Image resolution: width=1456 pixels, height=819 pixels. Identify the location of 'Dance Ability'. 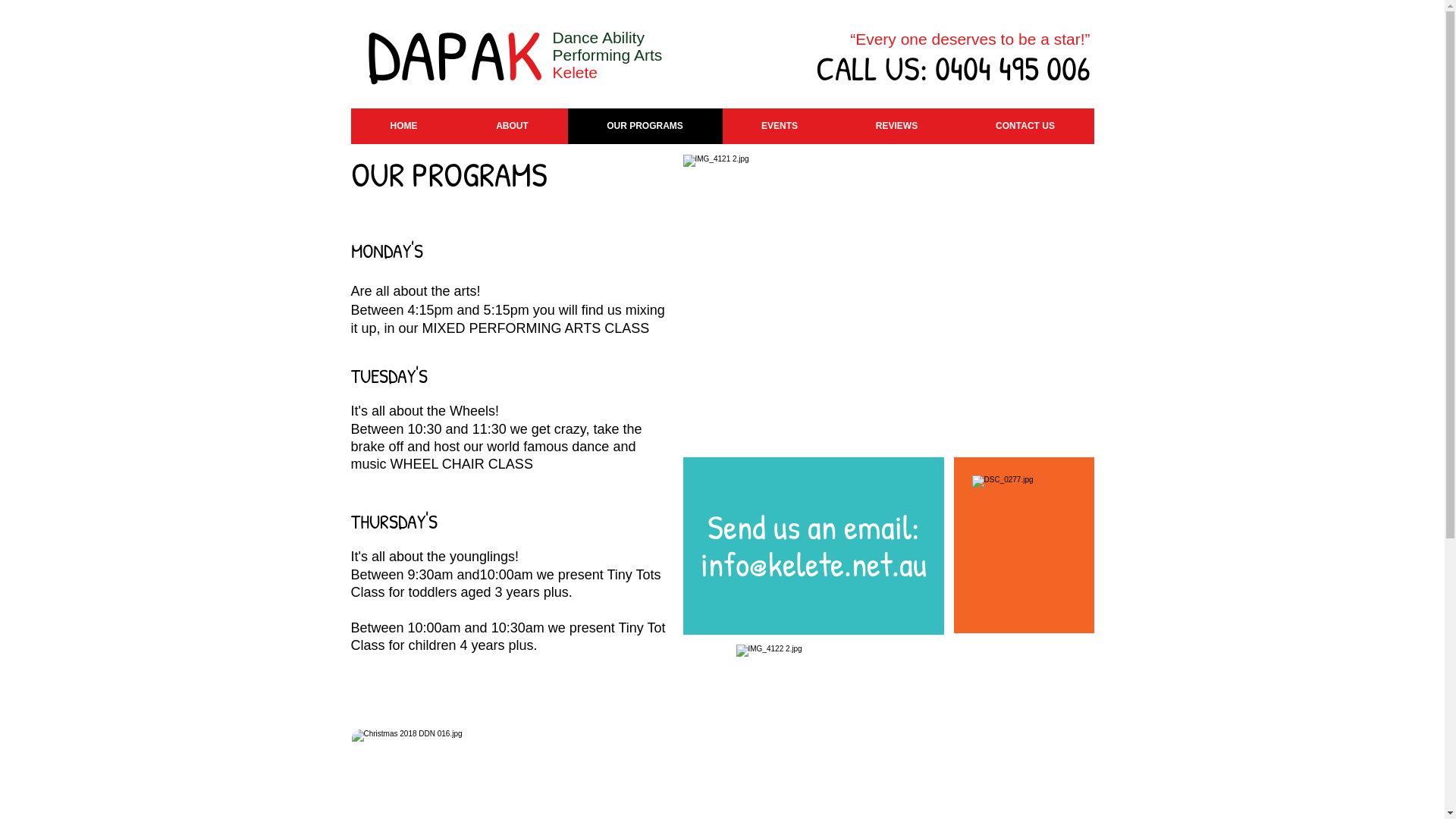
(597, 36).